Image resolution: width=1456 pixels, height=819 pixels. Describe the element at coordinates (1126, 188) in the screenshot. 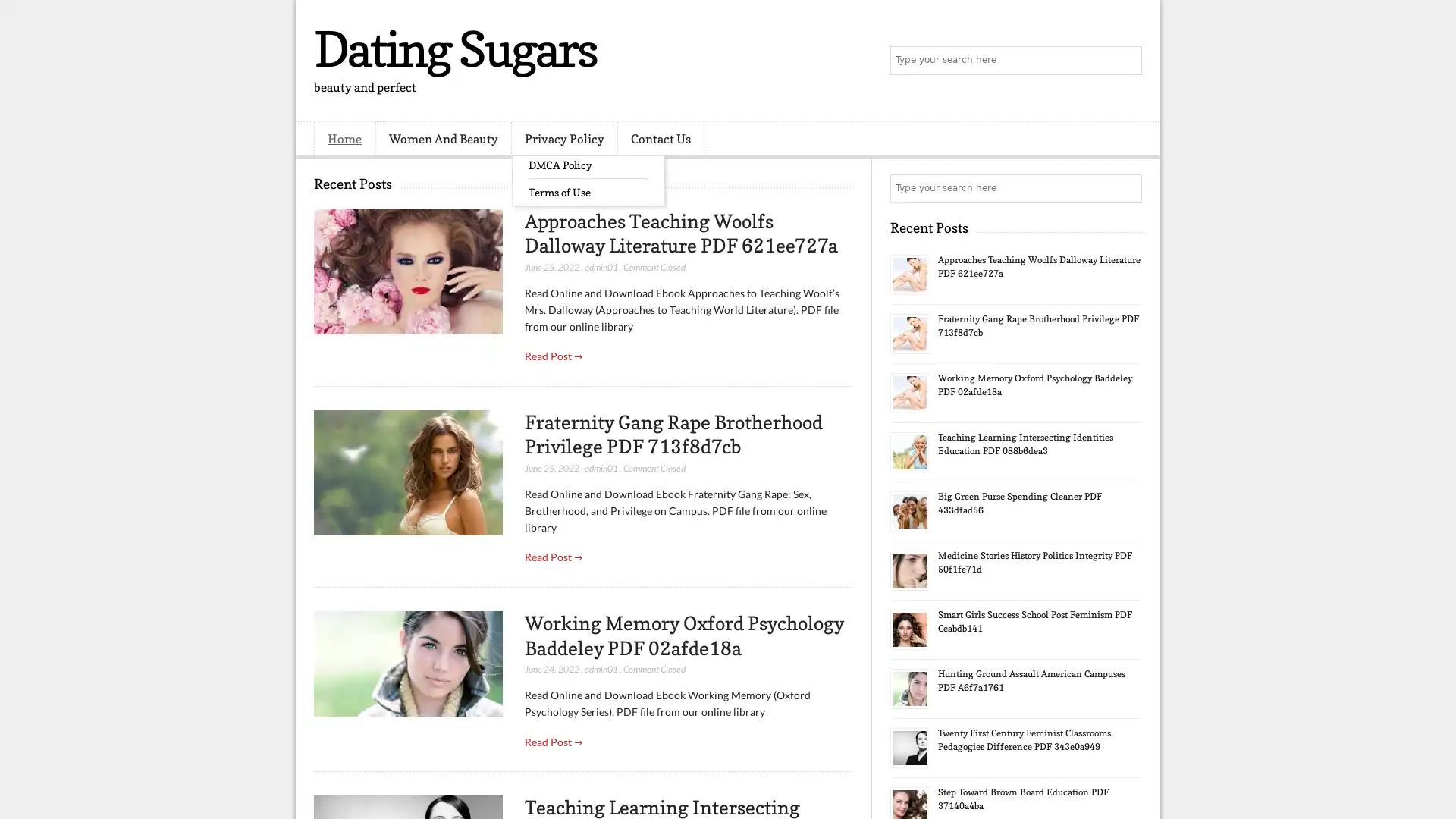

I see `Search` at that location.